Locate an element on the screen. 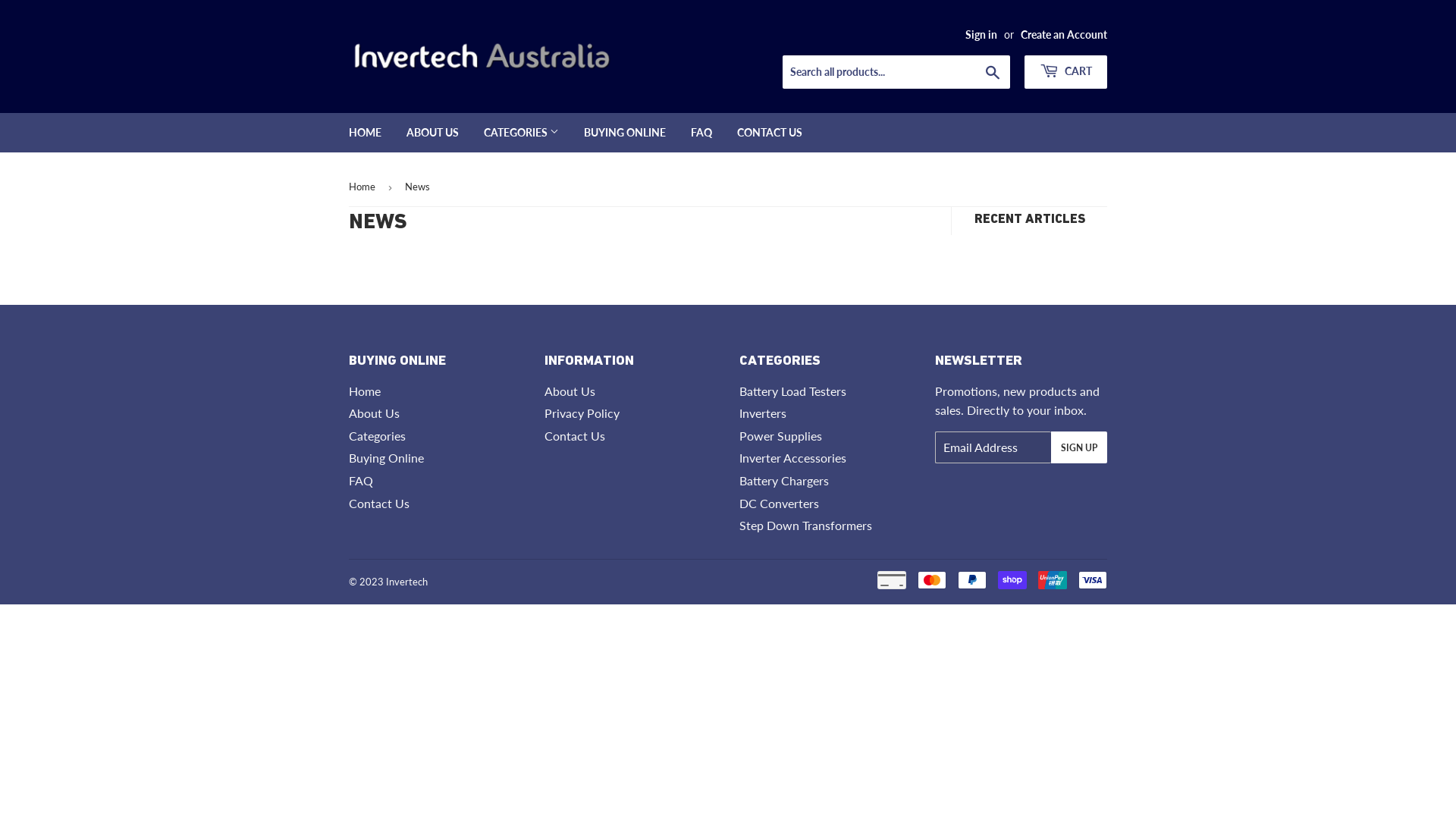  'Battery Chargers' is located at coordinates (783, 480).